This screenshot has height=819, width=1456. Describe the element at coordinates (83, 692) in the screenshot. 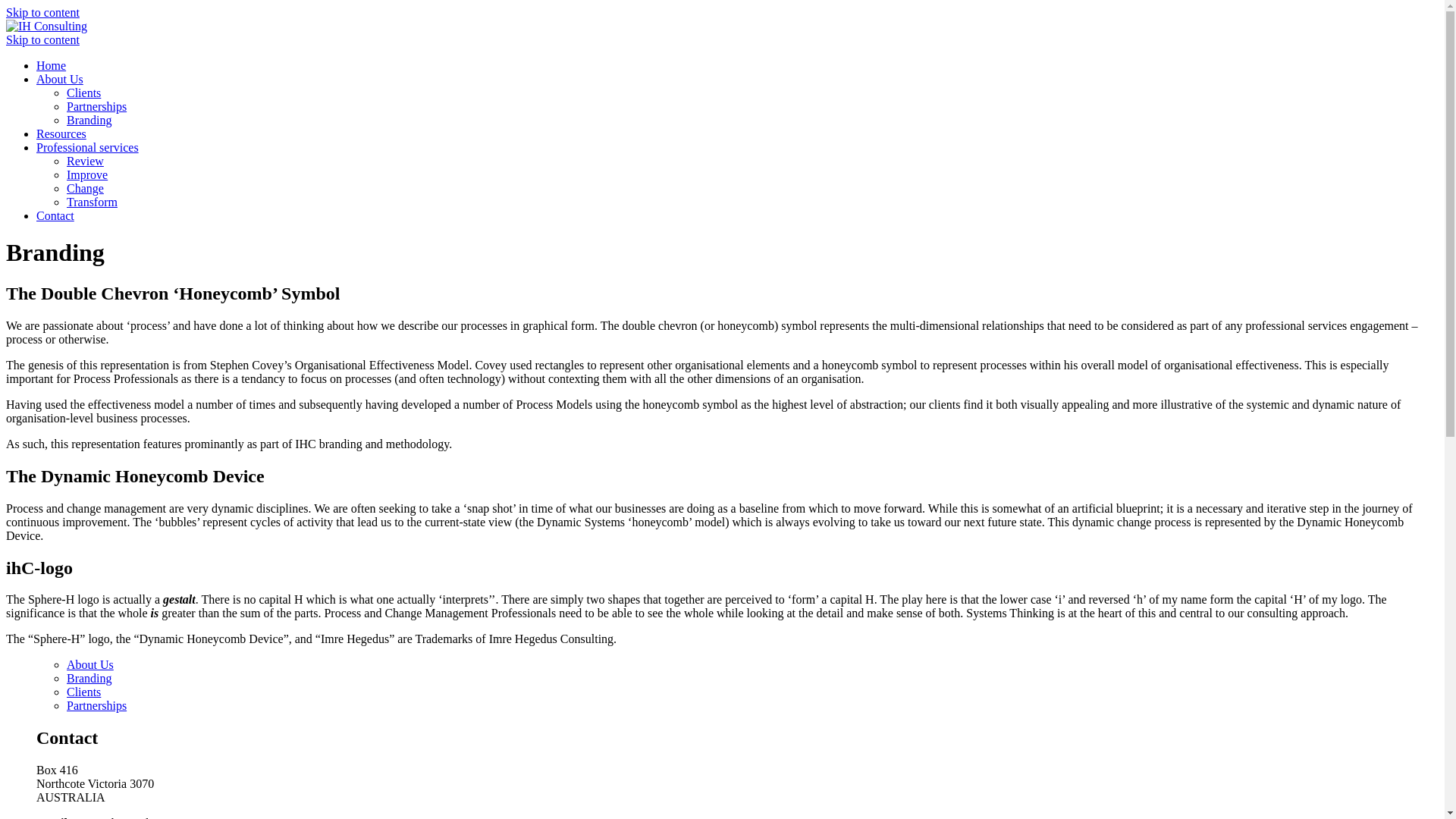

I see `'Clients'` at that location.